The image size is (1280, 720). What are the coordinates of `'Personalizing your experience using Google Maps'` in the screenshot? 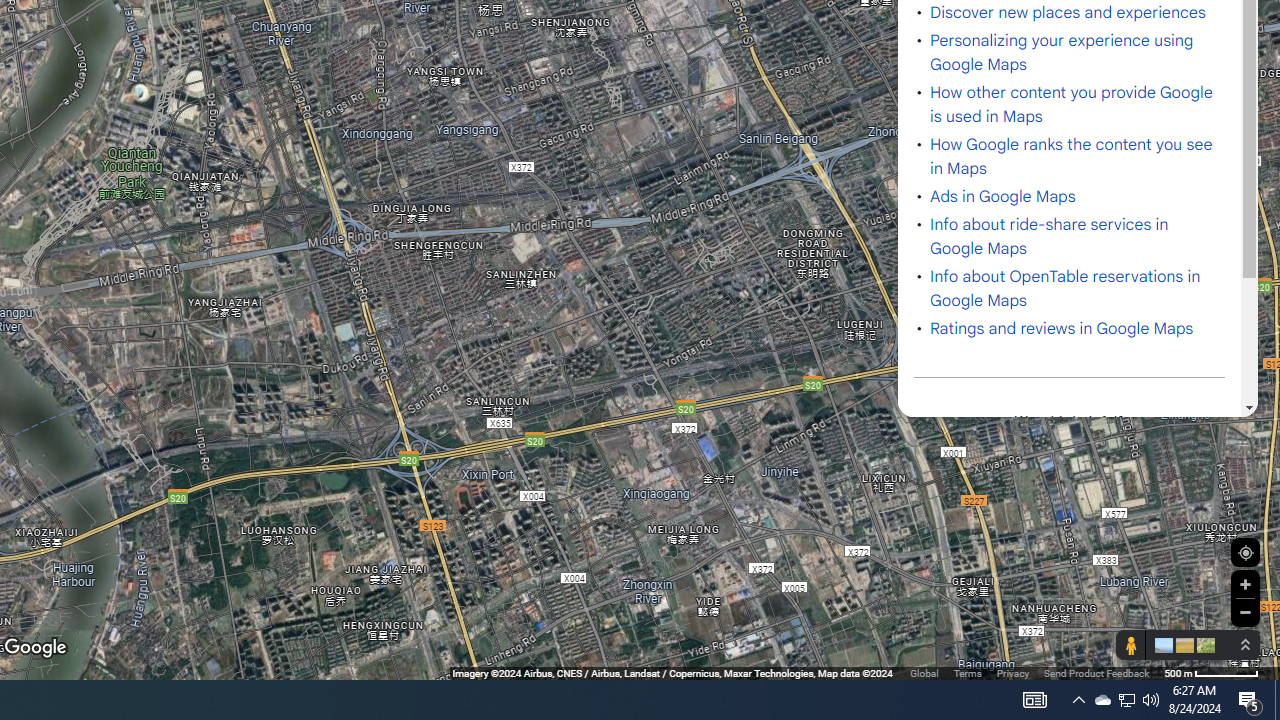 It's located at (1061, 51).